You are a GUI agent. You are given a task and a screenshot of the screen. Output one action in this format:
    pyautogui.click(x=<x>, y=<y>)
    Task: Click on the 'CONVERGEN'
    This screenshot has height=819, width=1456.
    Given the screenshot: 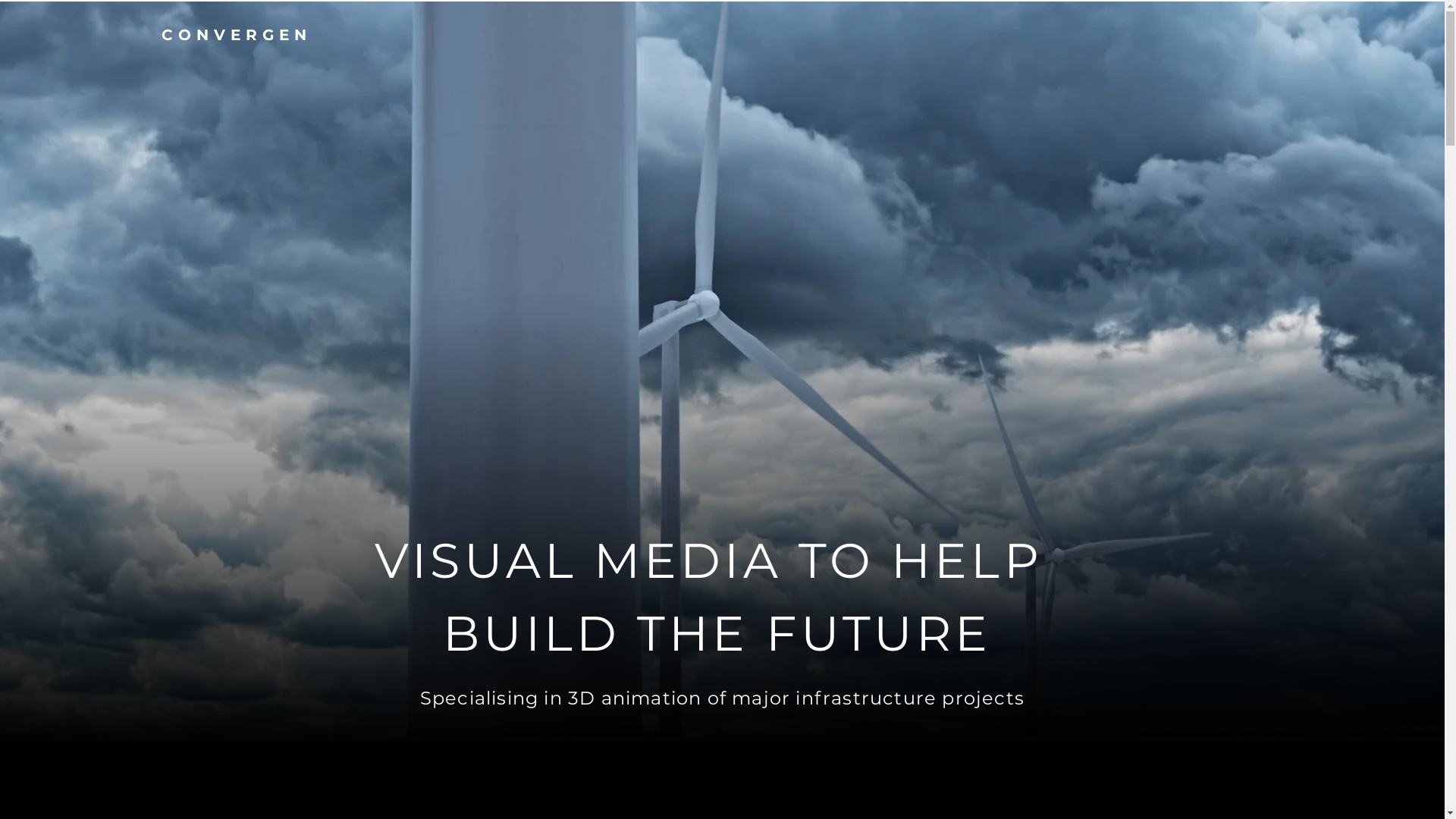 What is the action you would take?
    pyautogui.click(x=236, y=34)
    